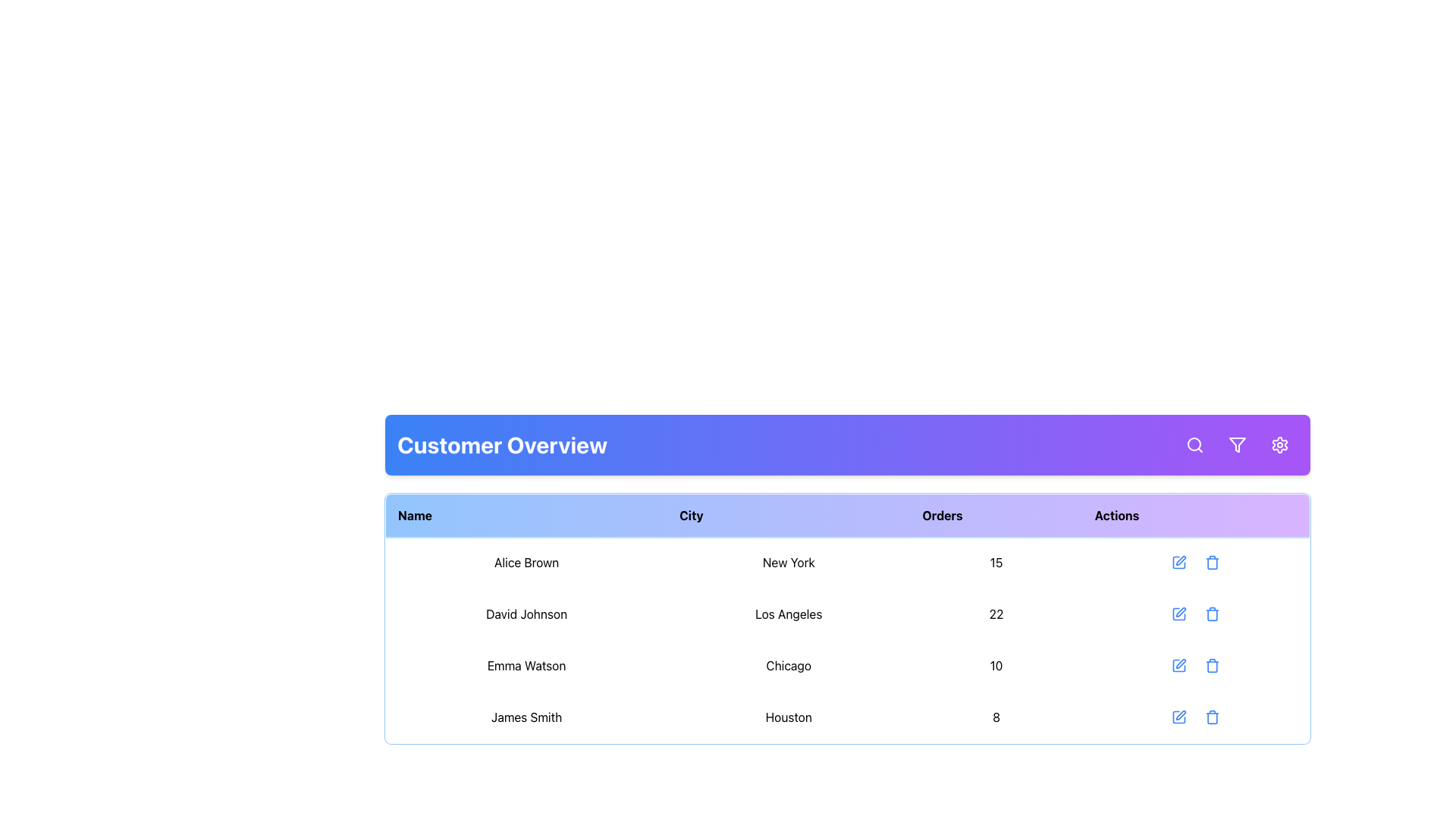 Image resolution: width=1456 pixels, height=819 pixels. I want to click on text display element showing the name 'Emma Watson' in the third row of the 'Name' column of the table for interaction, so click(526, 665).